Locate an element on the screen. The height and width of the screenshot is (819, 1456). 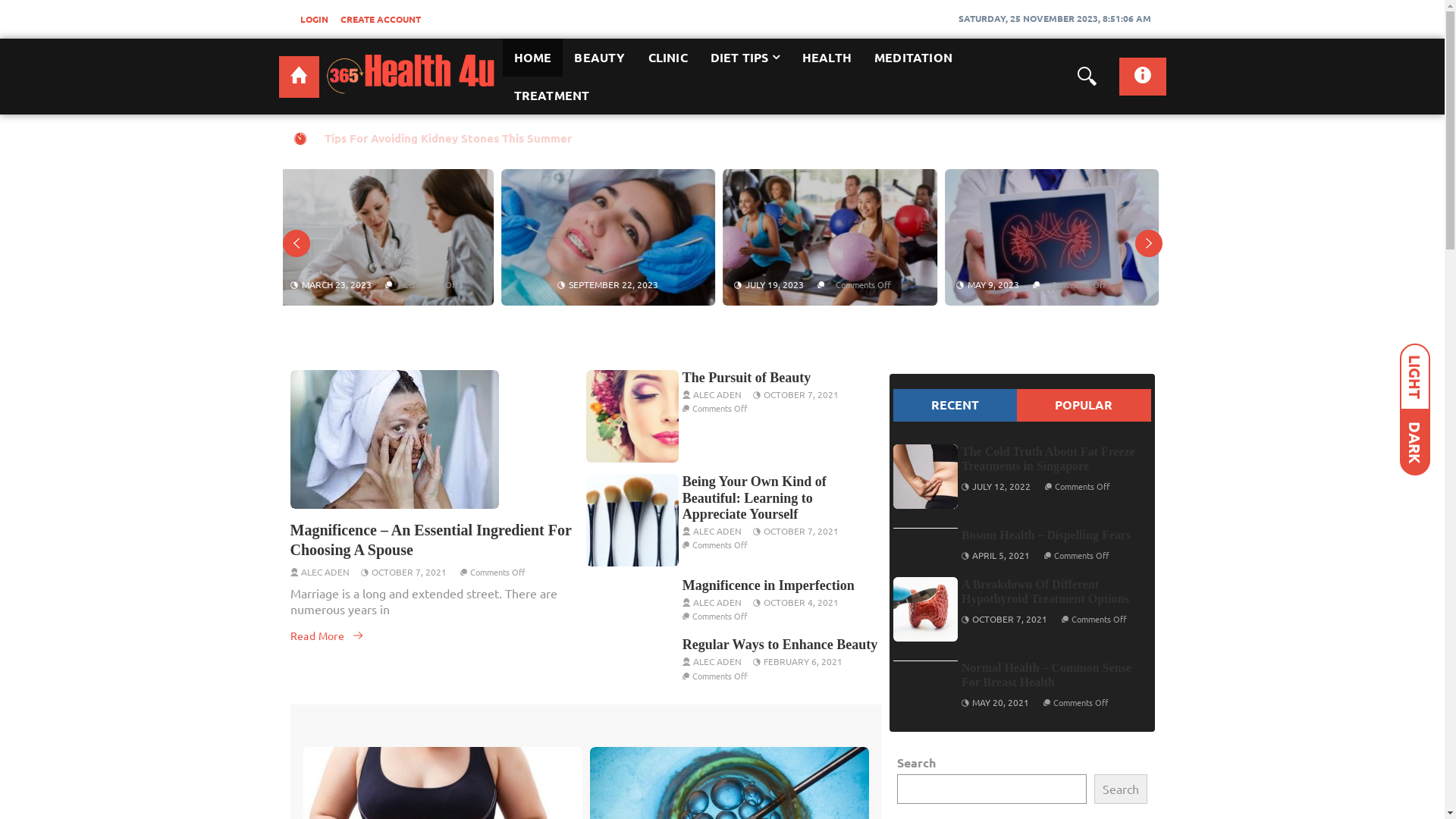
'CLINIC' is located at coordinates (667, 57).